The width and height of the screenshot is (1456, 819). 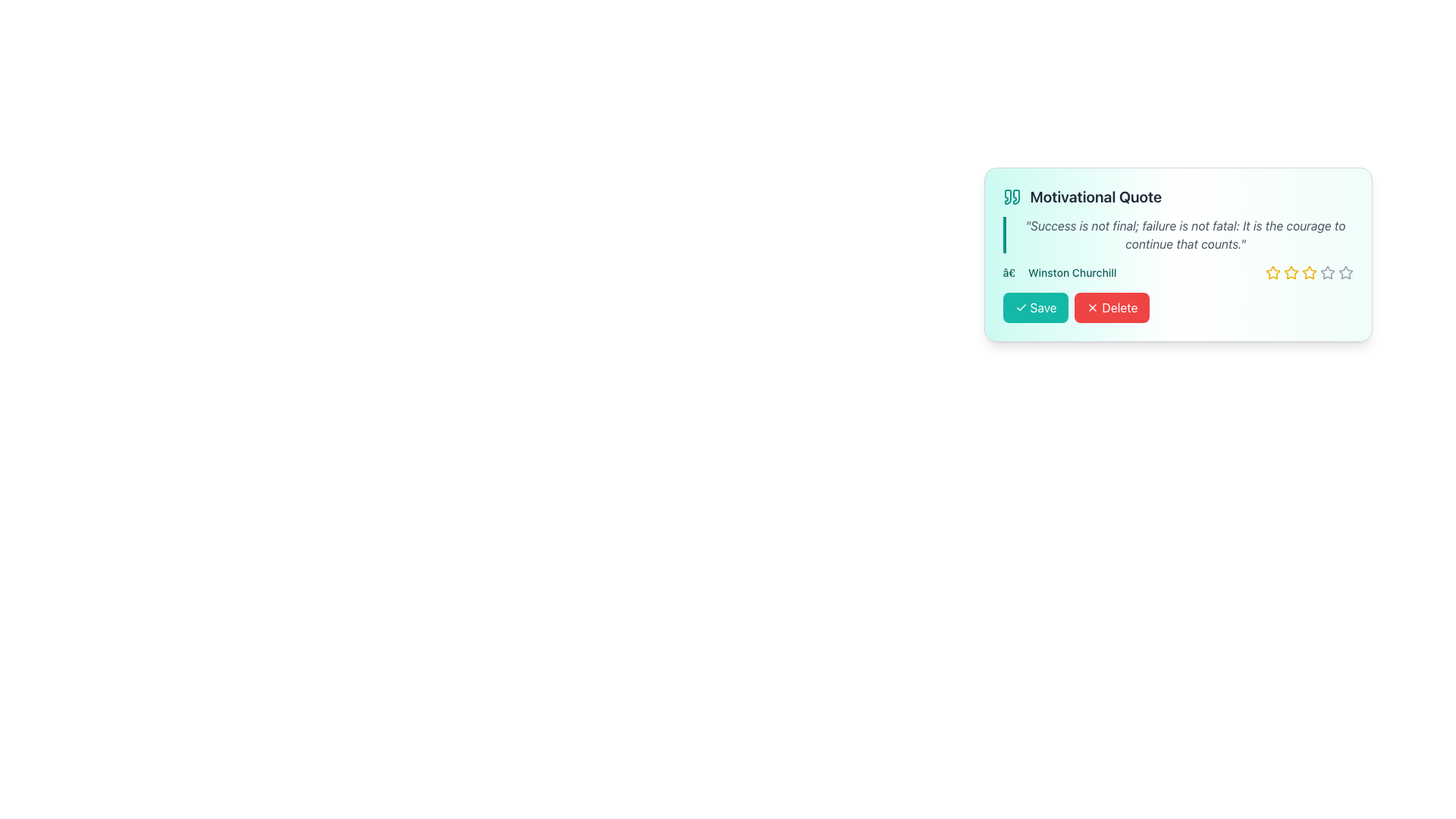 I want to click on the fifth star icon in the rating system located in the bottom-right corner of the card layout to assign a rating, so click(x=1345, y=271).